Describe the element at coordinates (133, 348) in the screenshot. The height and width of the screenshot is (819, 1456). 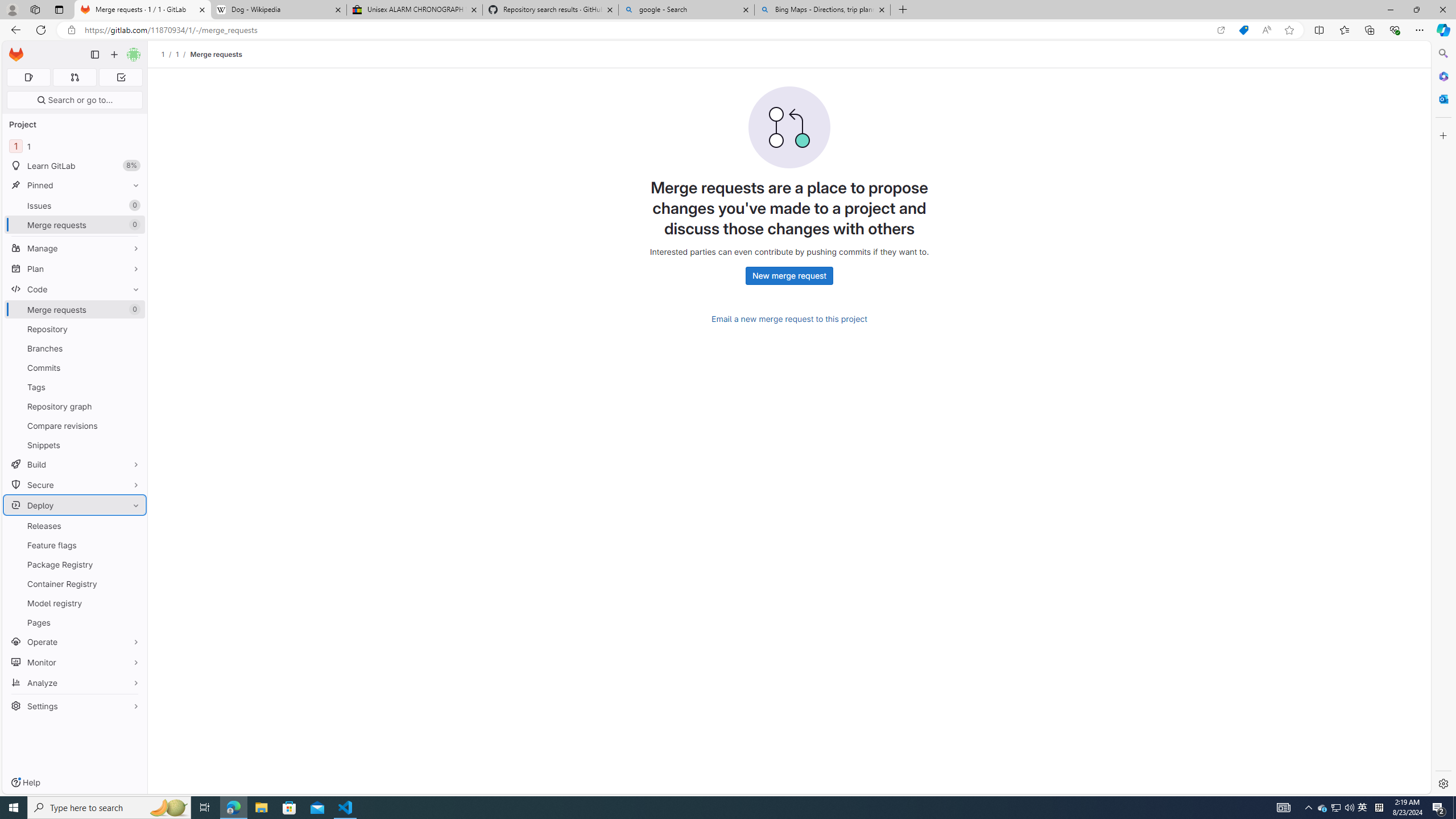
I see `'Pin Branches'` at that location.